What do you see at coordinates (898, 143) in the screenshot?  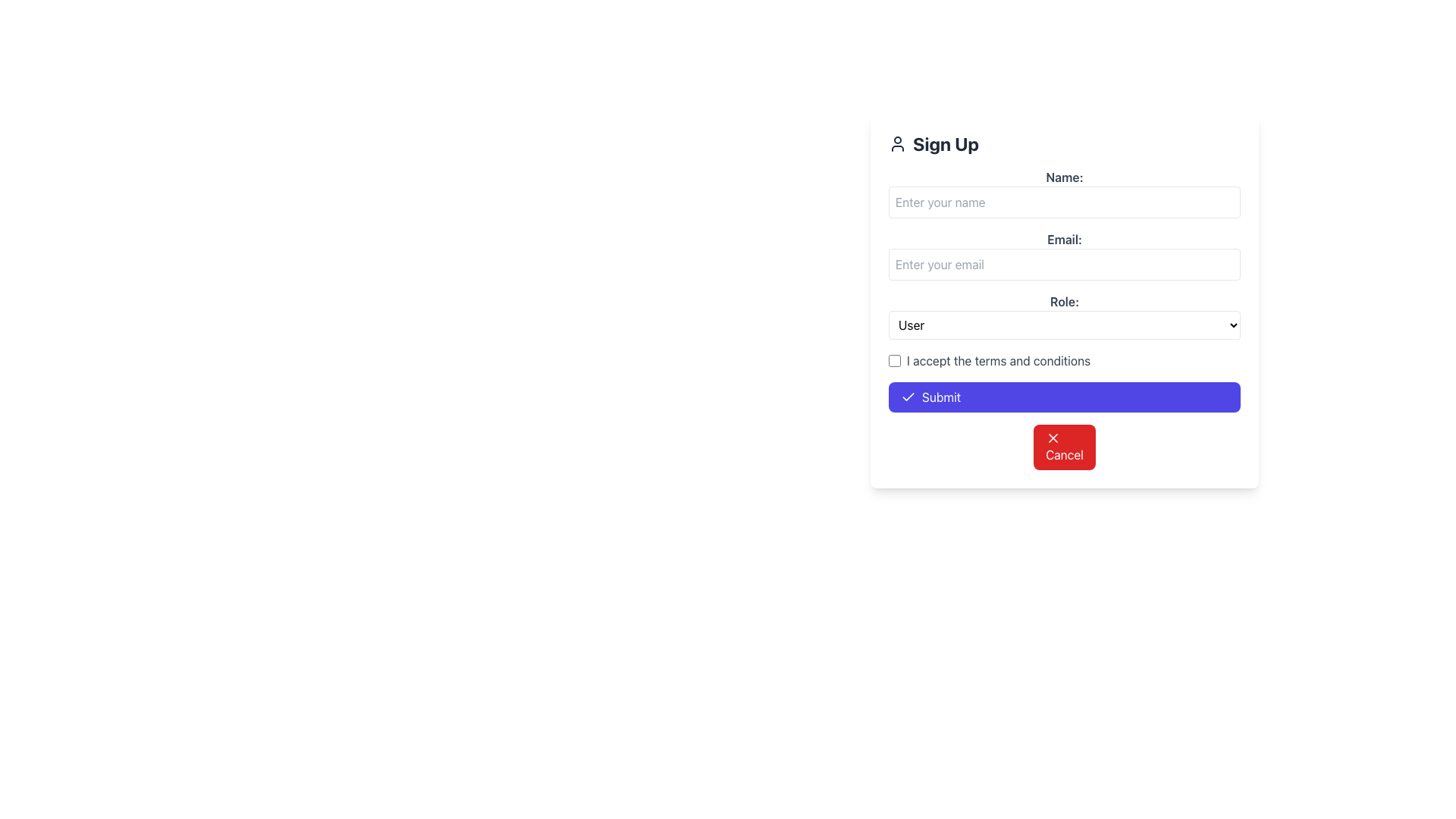 I see `the icon located to the left of the 'Sign Up' text in the Sign Up section of the form` at bounding box center [898, 143].